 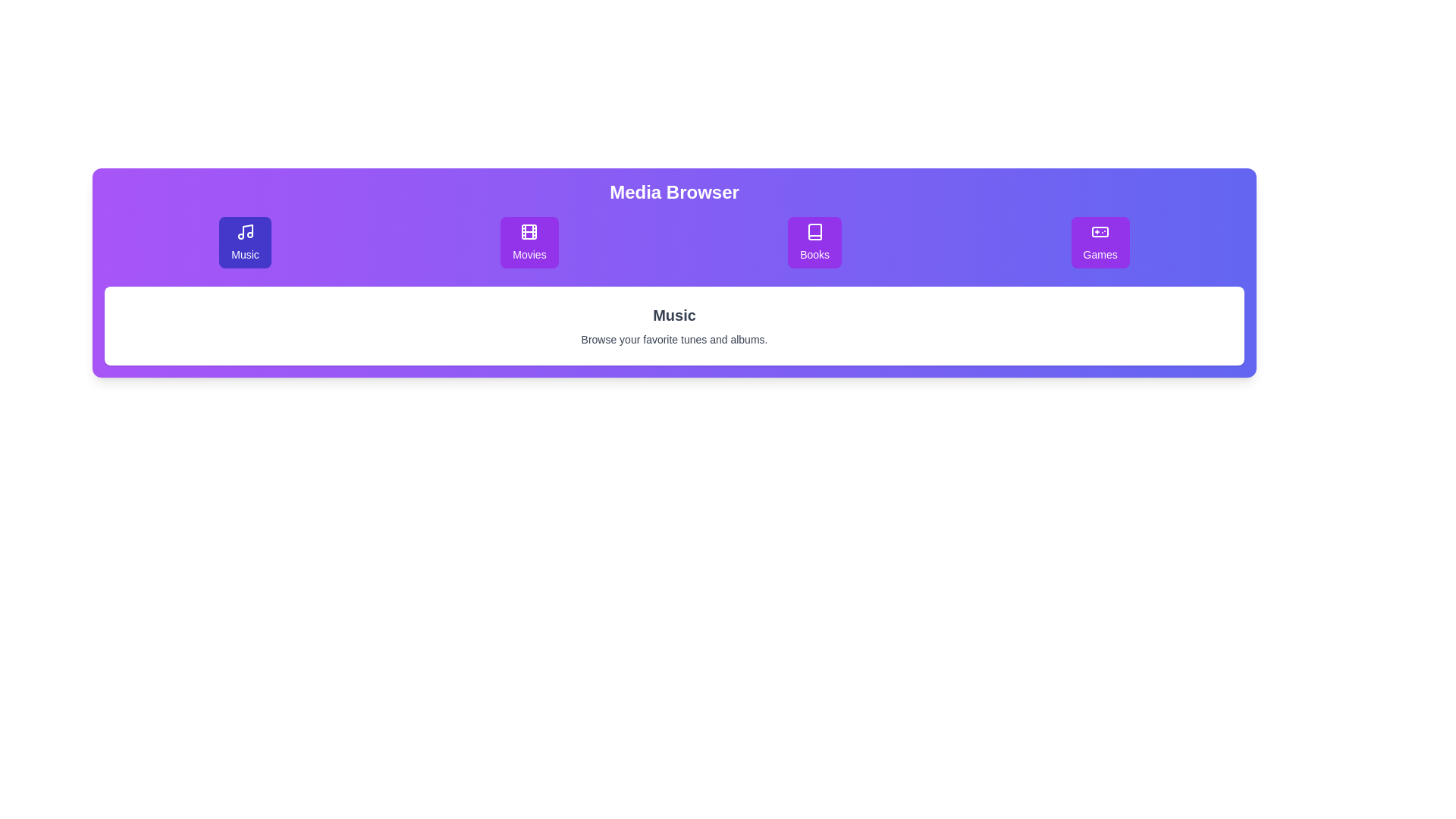 I want to click on the Movies button, which is the second button in a row of four, so click(x=529, y=242).